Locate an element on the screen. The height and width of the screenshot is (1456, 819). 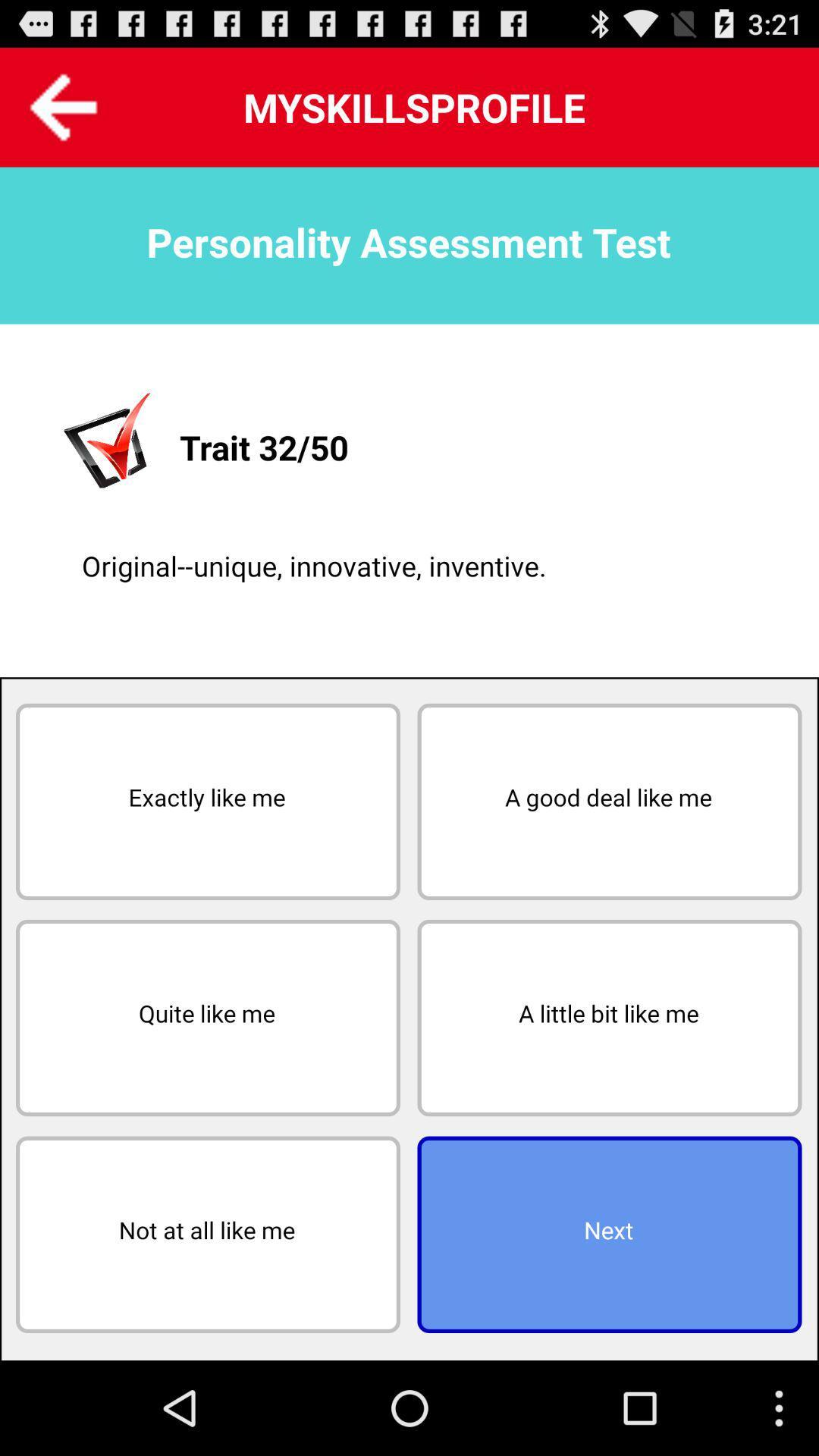
button to the left of the next button is located at coordinates (208, 1235).